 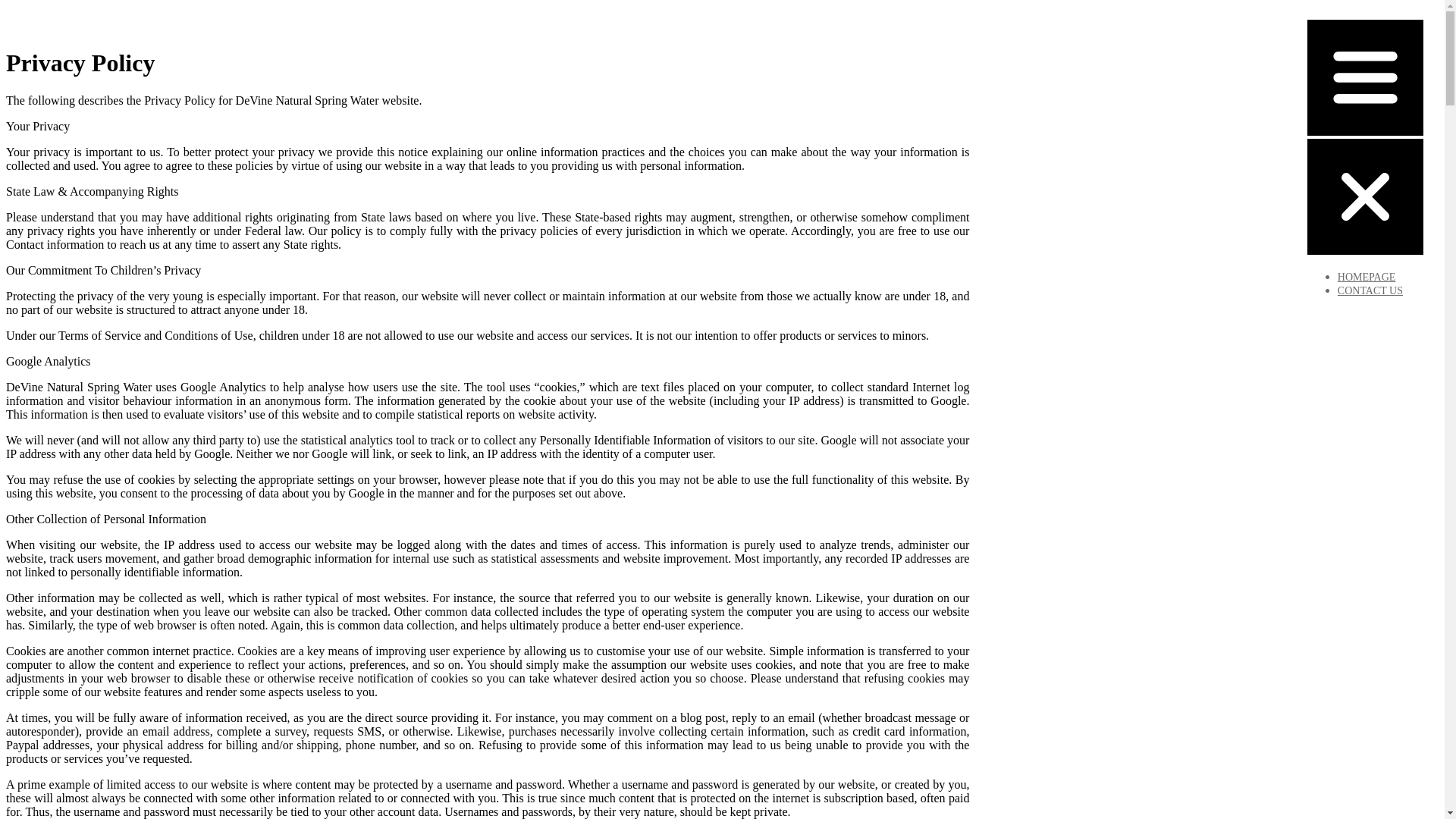 What do you see at coordinates (1370, 290) in the screenshot?
I see `'CONTACT US'` at bounding box center [1370, 290].